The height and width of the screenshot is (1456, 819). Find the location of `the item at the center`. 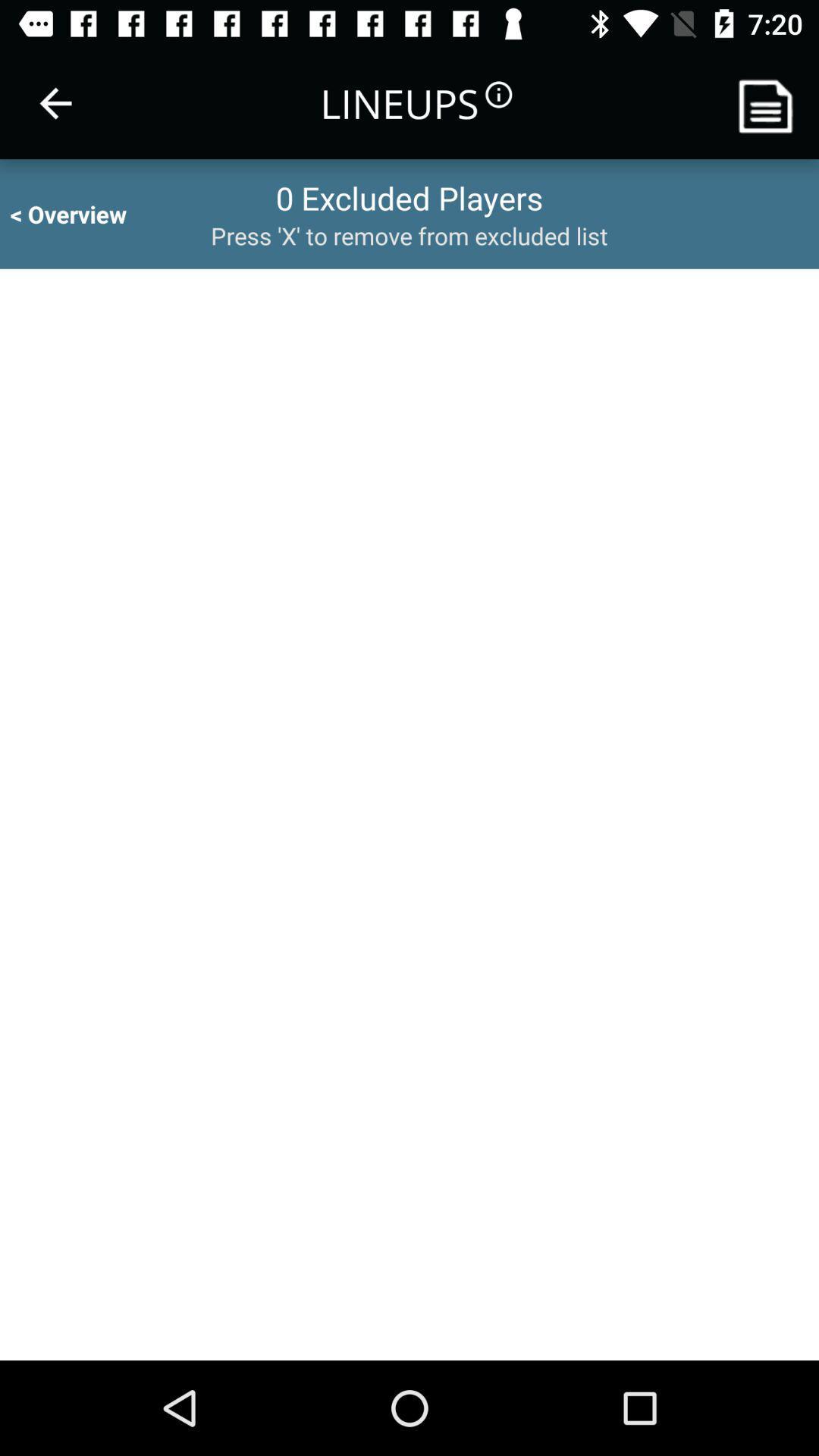

the item at the center is located at coordinates (409, 814).